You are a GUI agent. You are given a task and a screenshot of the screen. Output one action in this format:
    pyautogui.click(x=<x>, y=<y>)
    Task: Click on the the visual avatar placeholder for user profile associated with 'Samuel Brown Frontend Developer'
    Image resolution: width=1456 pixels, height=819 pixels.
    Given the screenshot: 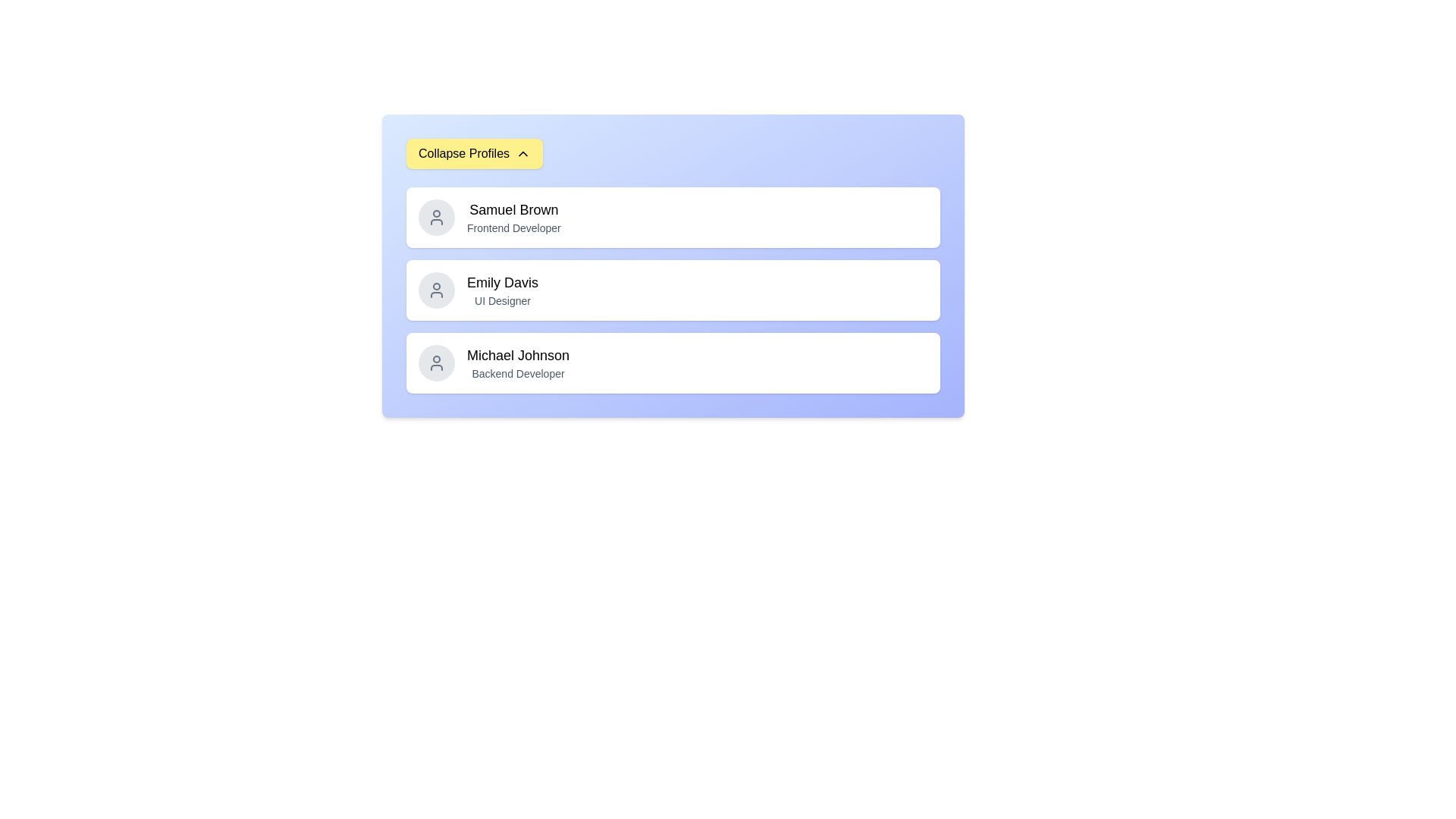 What is the action you would take?
    pyautogui.click(x=436, y=217)
    